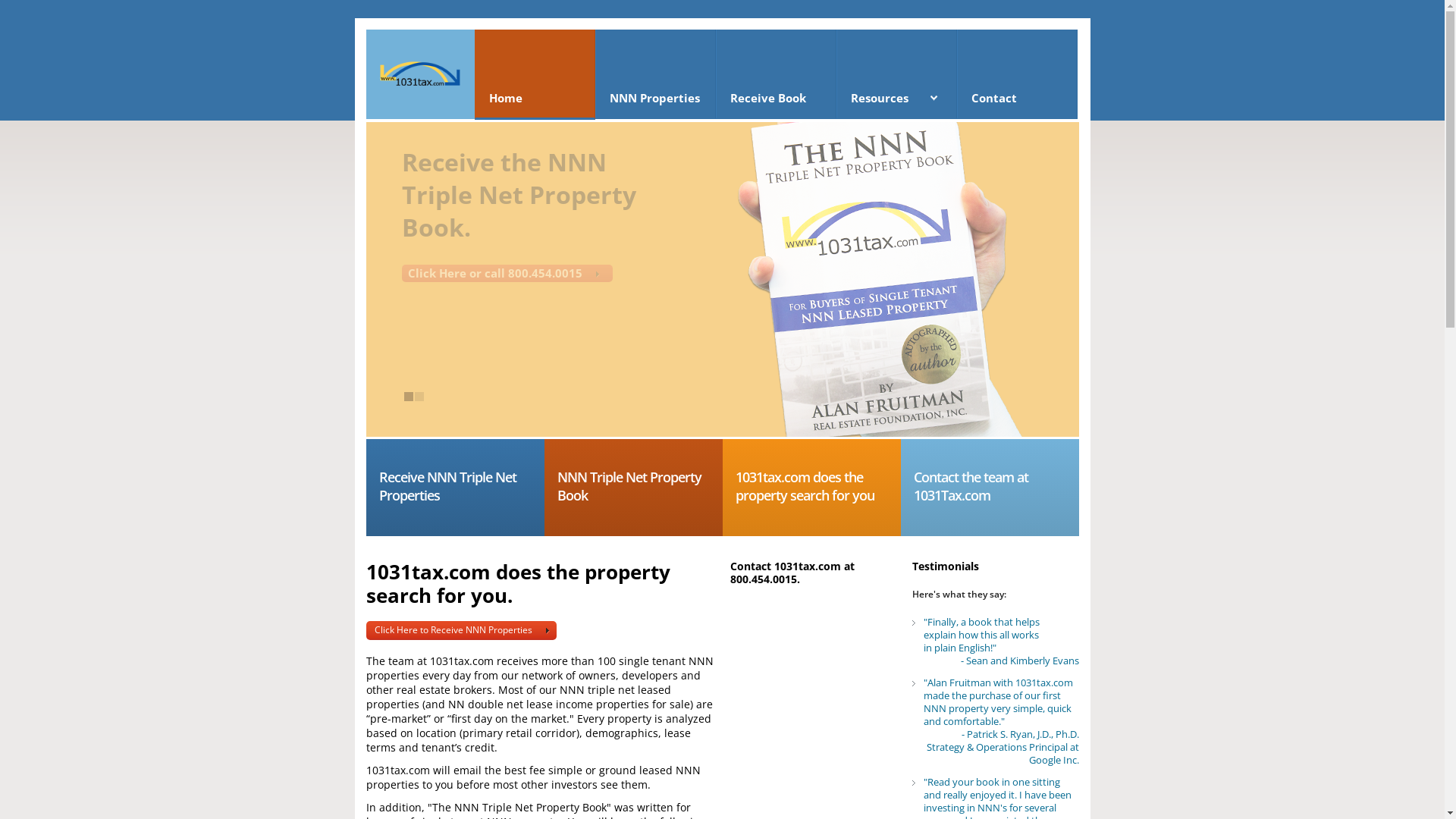  Describe the element at coordinates (453, 488) in the screenshot. I see `'Receive NNN Triple Net Properties'` at that location.